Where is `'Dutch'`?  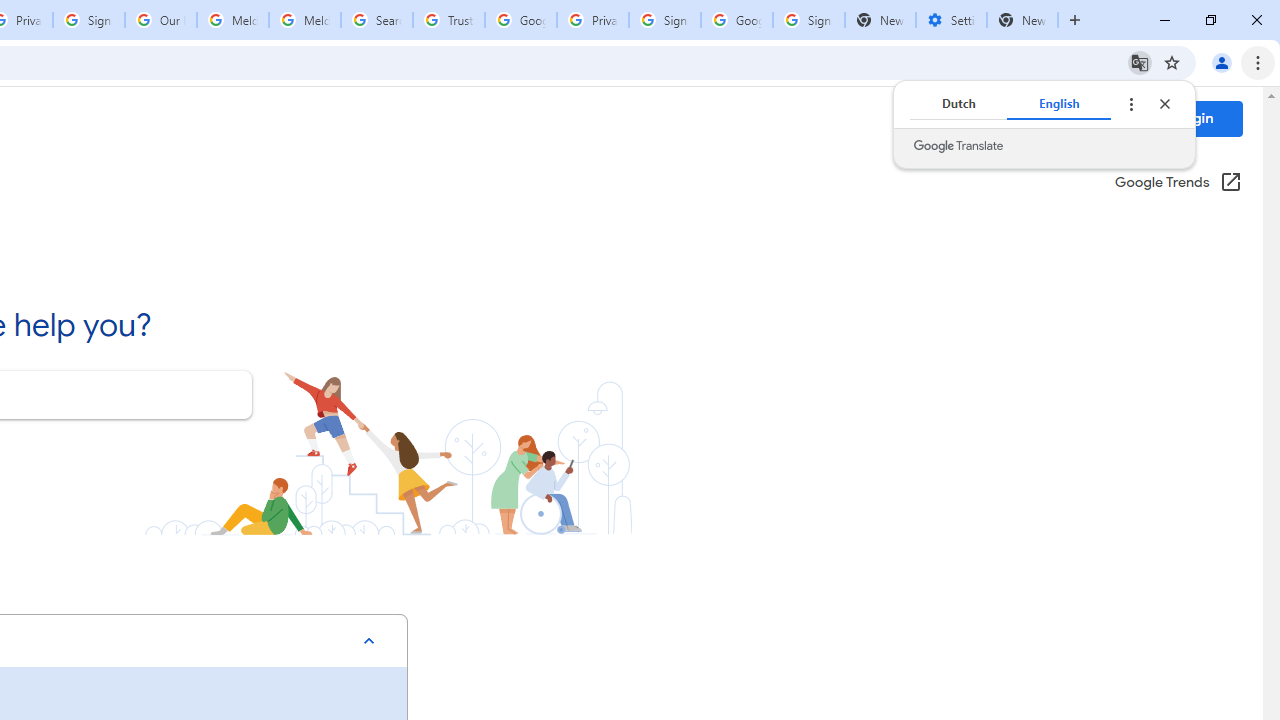
'Dutch' is located at coordinates (957, 104).